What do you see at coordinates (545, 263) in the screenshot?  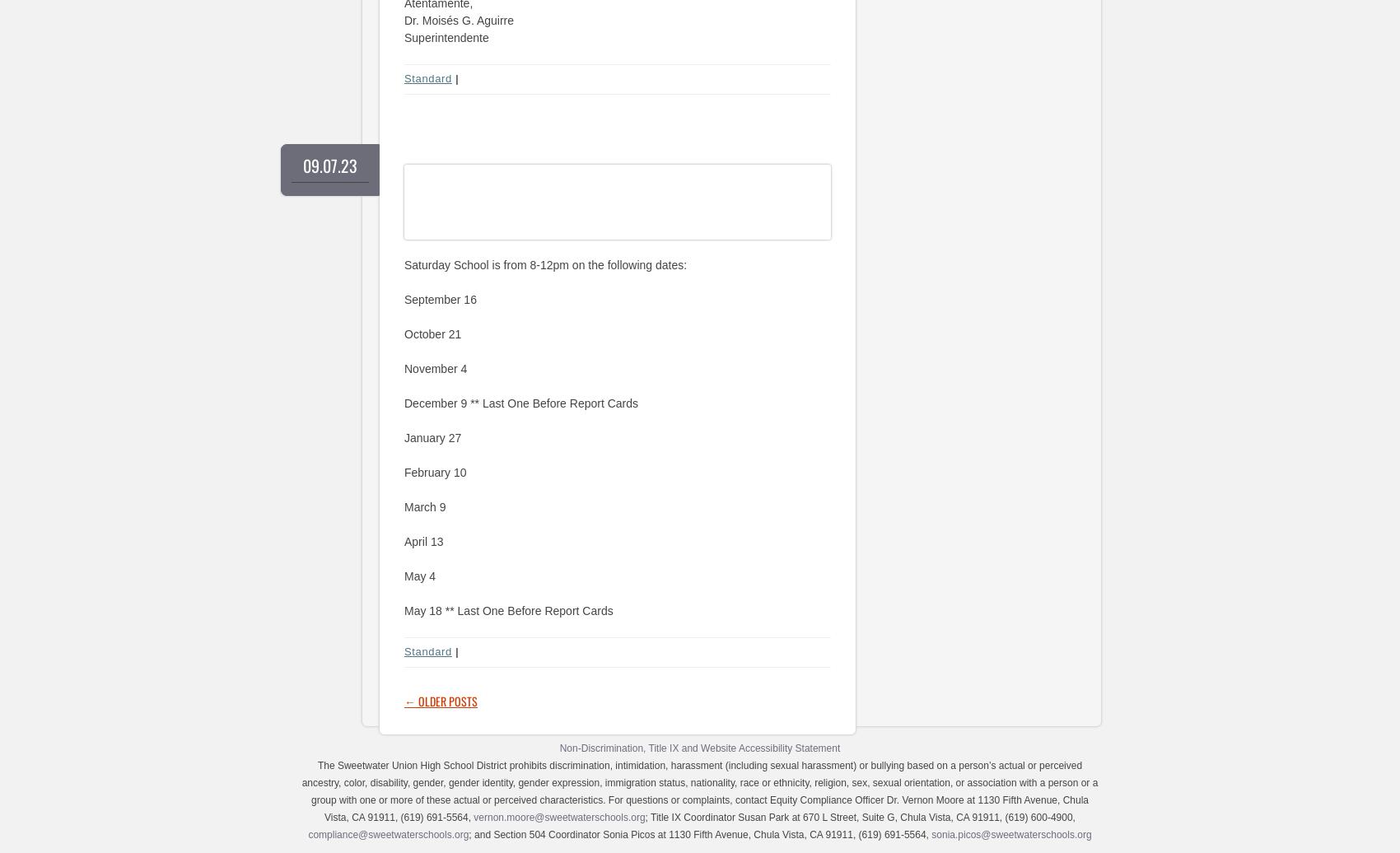 I see `'Saturday School is from 8-12pm on the following dates:'` at bounding box center [545, 263].